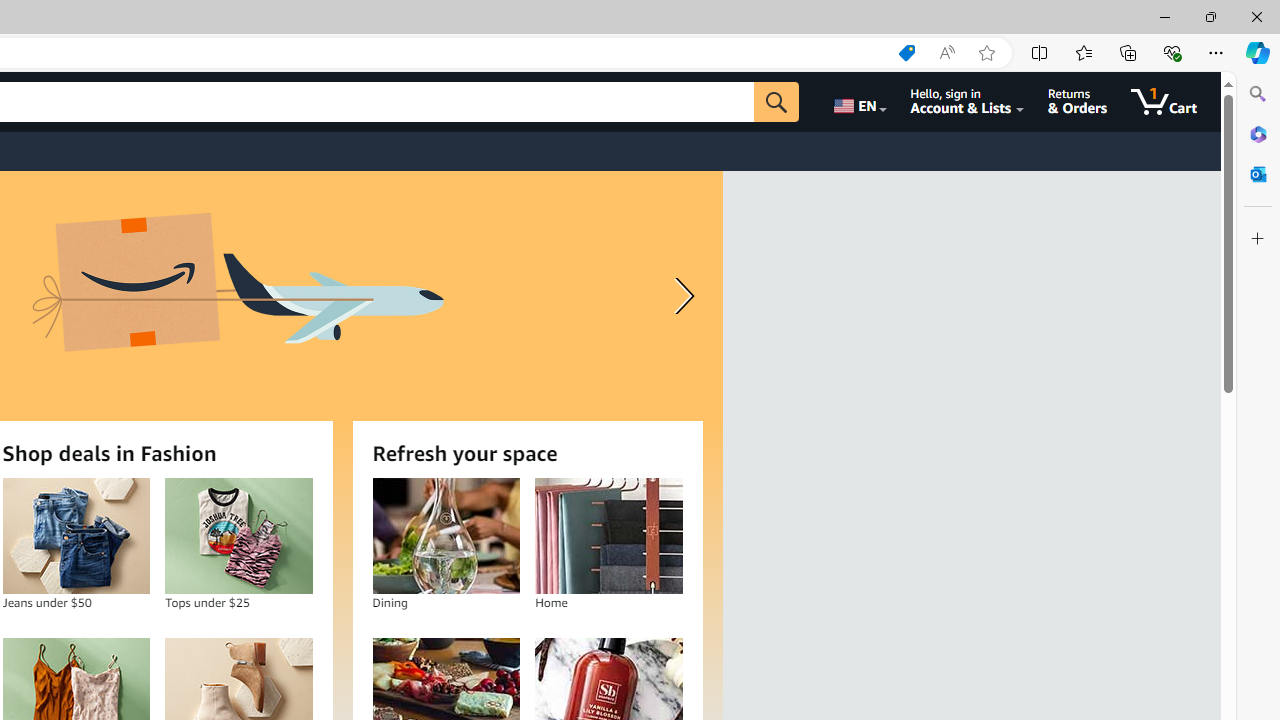 This screenshot has width=1280, height=720. Describe the element at coordinates (1257, 173) in the screenshot. I see `'Outlook'` at that location.